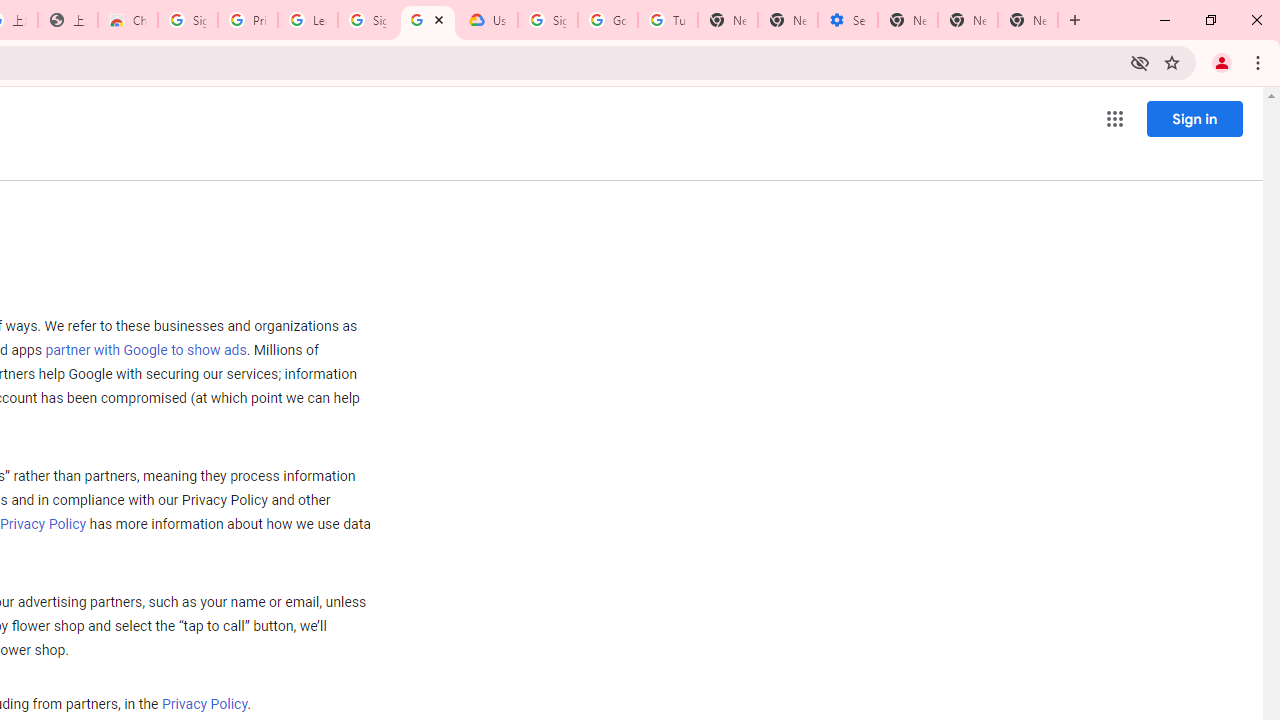 Image resolution: width=1280 pixels, height=720 pixels. What do you see at coordinates (1028, 20) in the screenshot?
I see `'New Tab'` at bounding box center [1028, 20].